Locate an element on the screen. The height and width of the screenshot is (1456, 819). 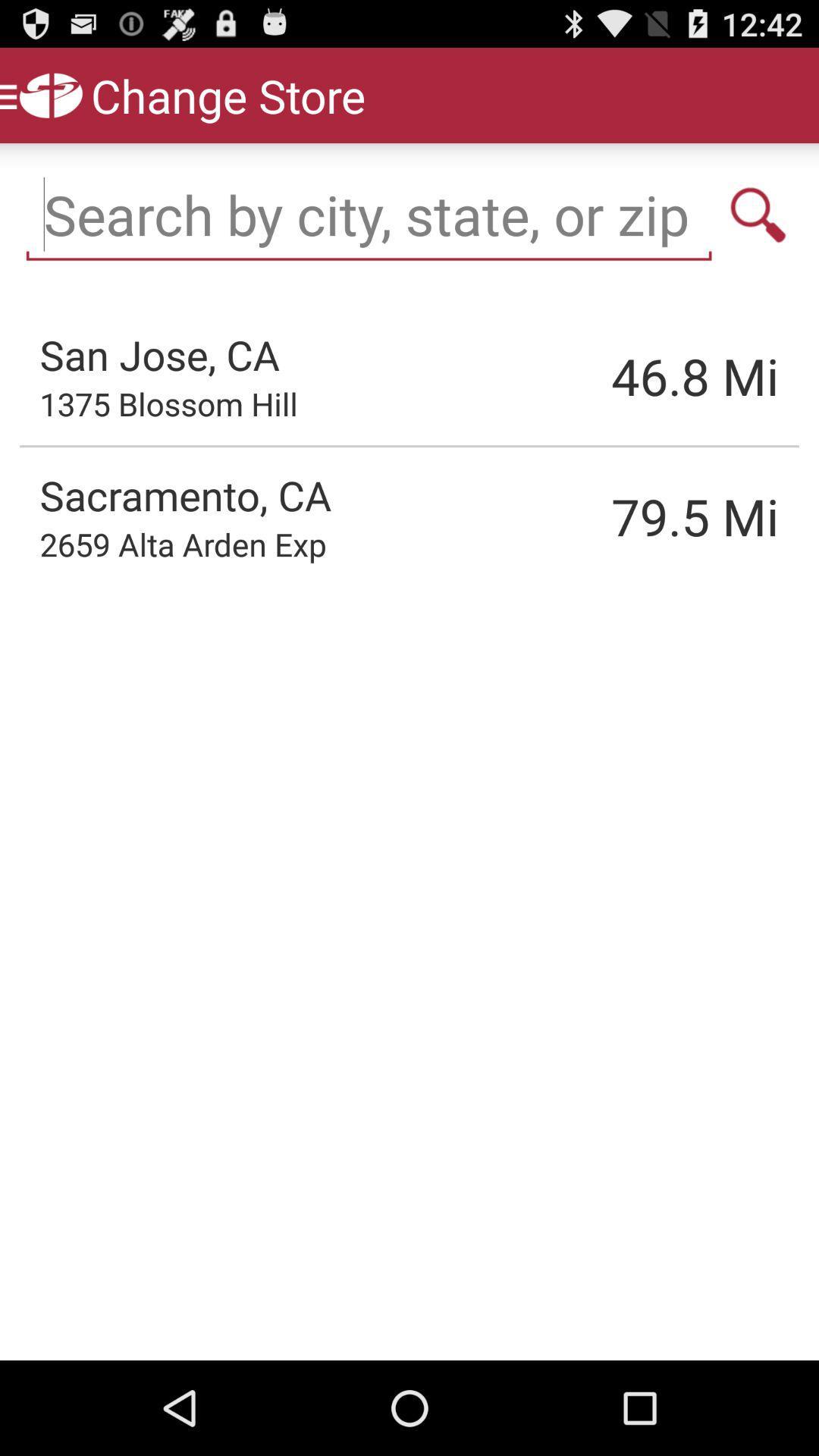
input city name state name or zip code is located at coordinates (369, 214).